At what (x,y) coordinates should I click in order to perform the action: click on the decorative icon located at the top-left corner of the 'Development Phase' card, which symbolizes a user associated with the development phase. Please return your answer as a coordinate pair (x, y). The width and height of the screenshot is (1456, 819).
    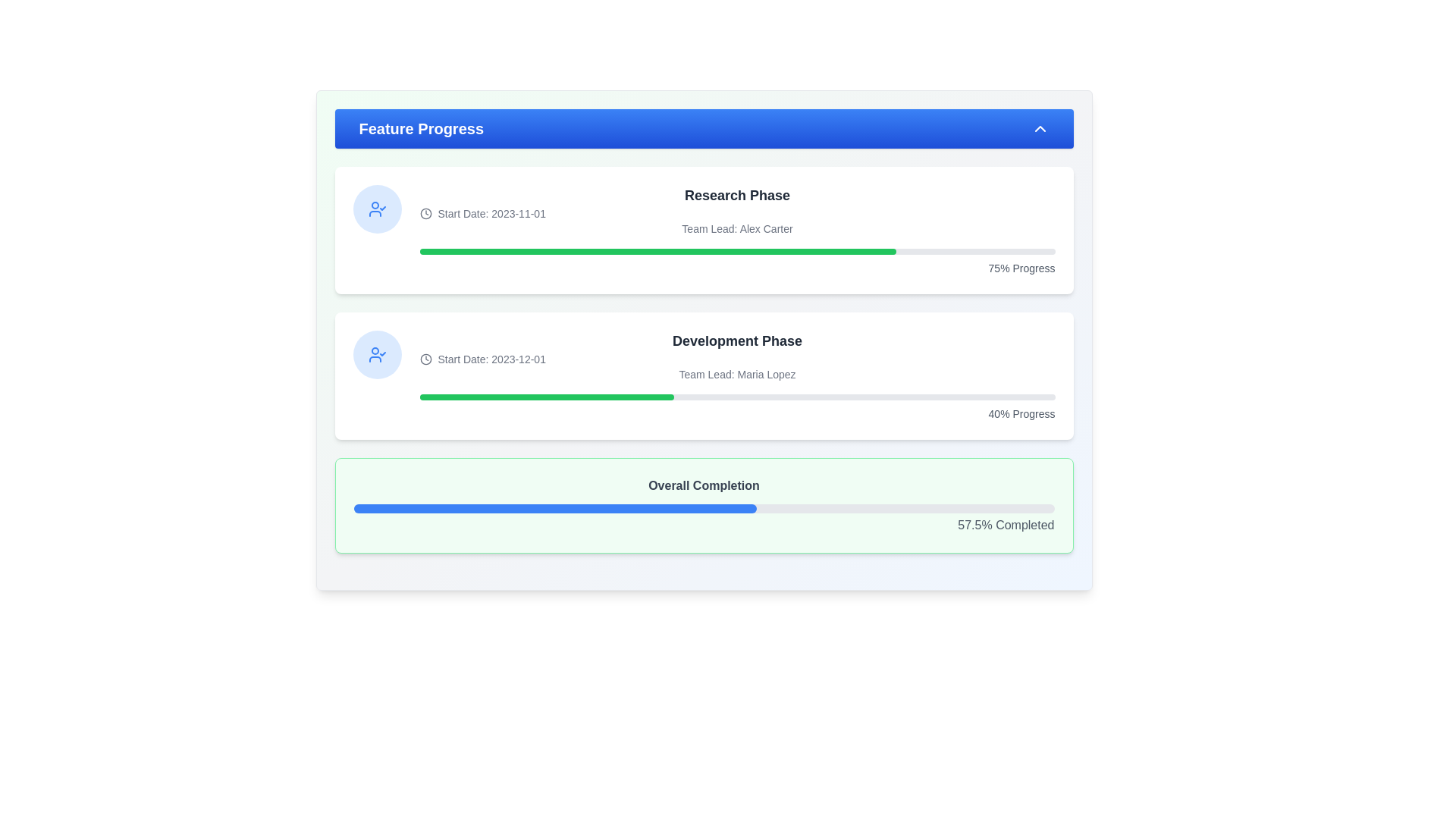
    Looking at the image, I should click on (377, 354).